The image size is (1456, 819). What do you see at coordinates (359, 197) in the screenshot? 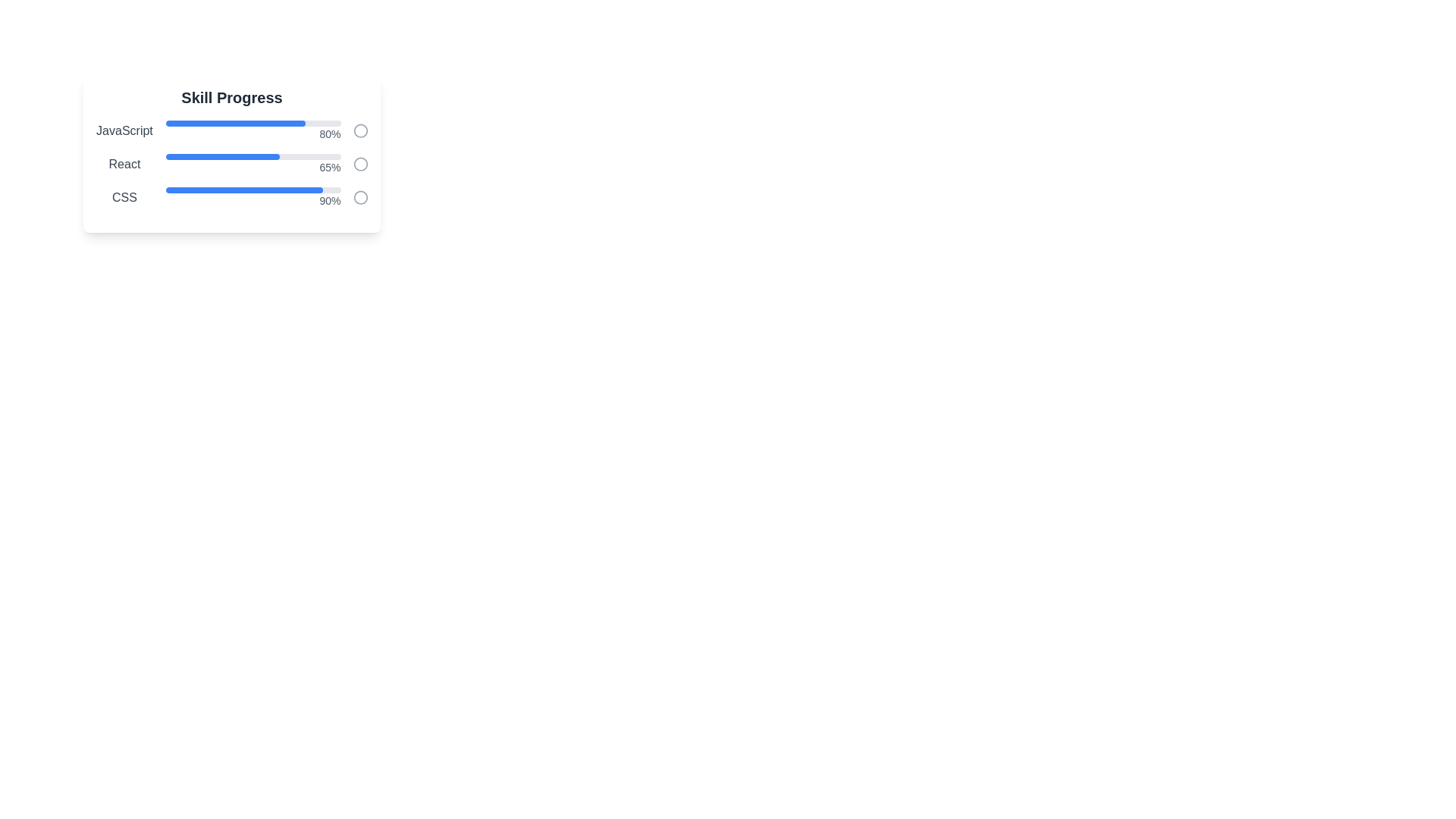
I see `the circular graphical marker located to the right of the 'CSS' skill in the skill progress card` at bounding box center [359, 197].